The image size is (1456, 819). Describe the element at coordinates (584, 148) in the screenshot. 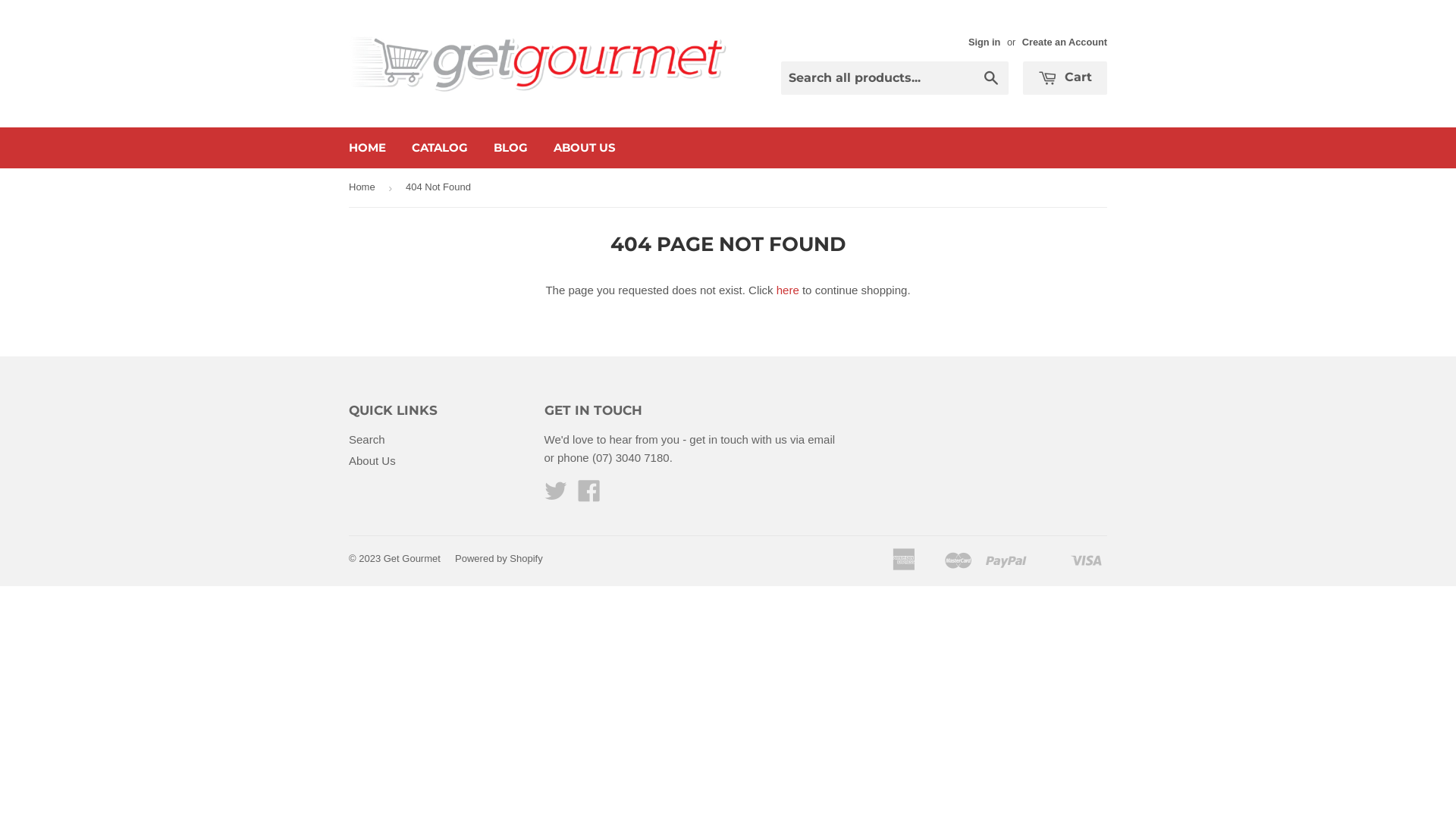

I see `'ABOUT US'` at that location.